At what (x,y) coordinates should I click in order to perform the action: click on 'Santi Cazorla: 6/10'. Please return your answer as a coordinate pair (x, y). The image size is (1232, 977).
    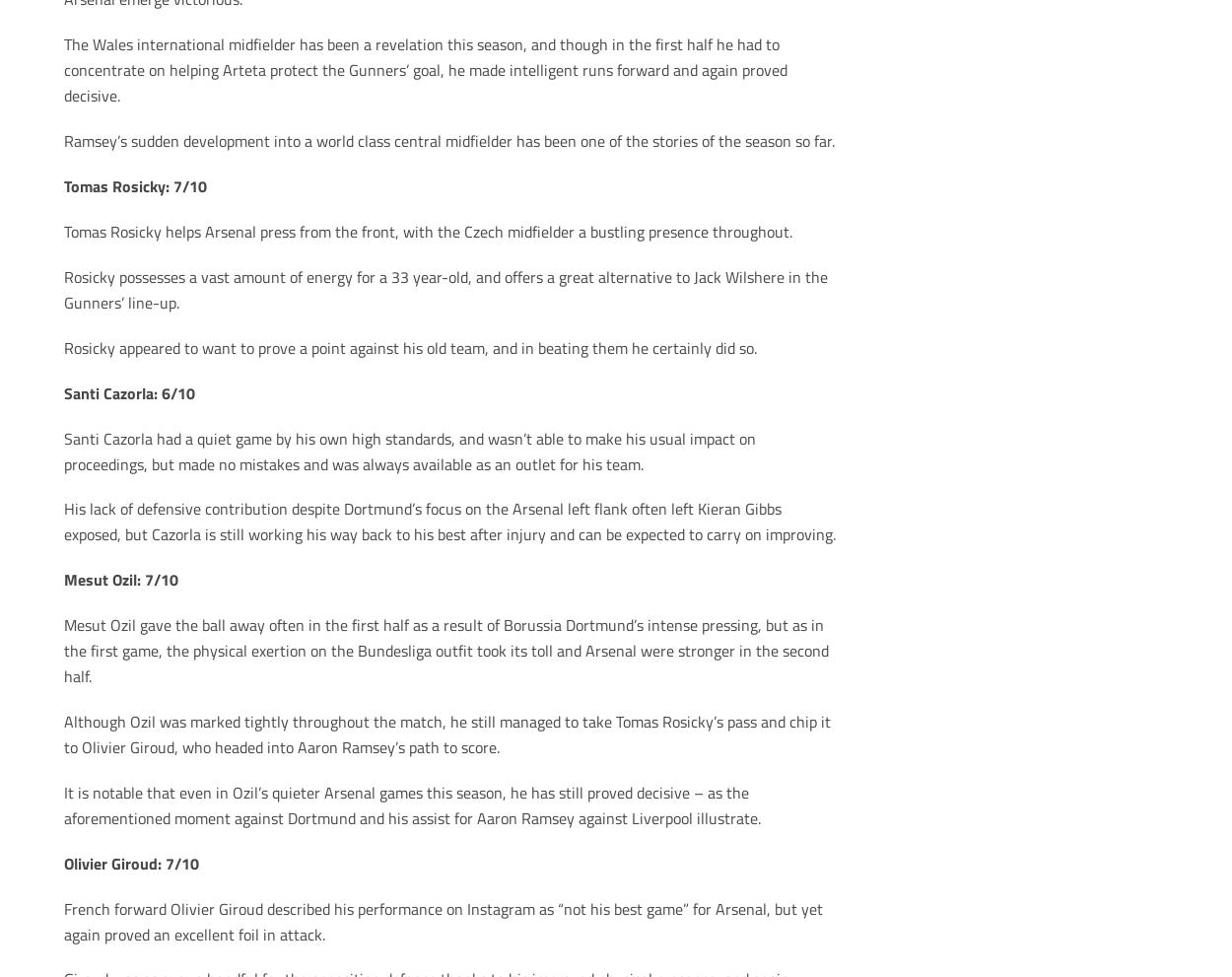
    Looking at the image, I should click on (128, 390).